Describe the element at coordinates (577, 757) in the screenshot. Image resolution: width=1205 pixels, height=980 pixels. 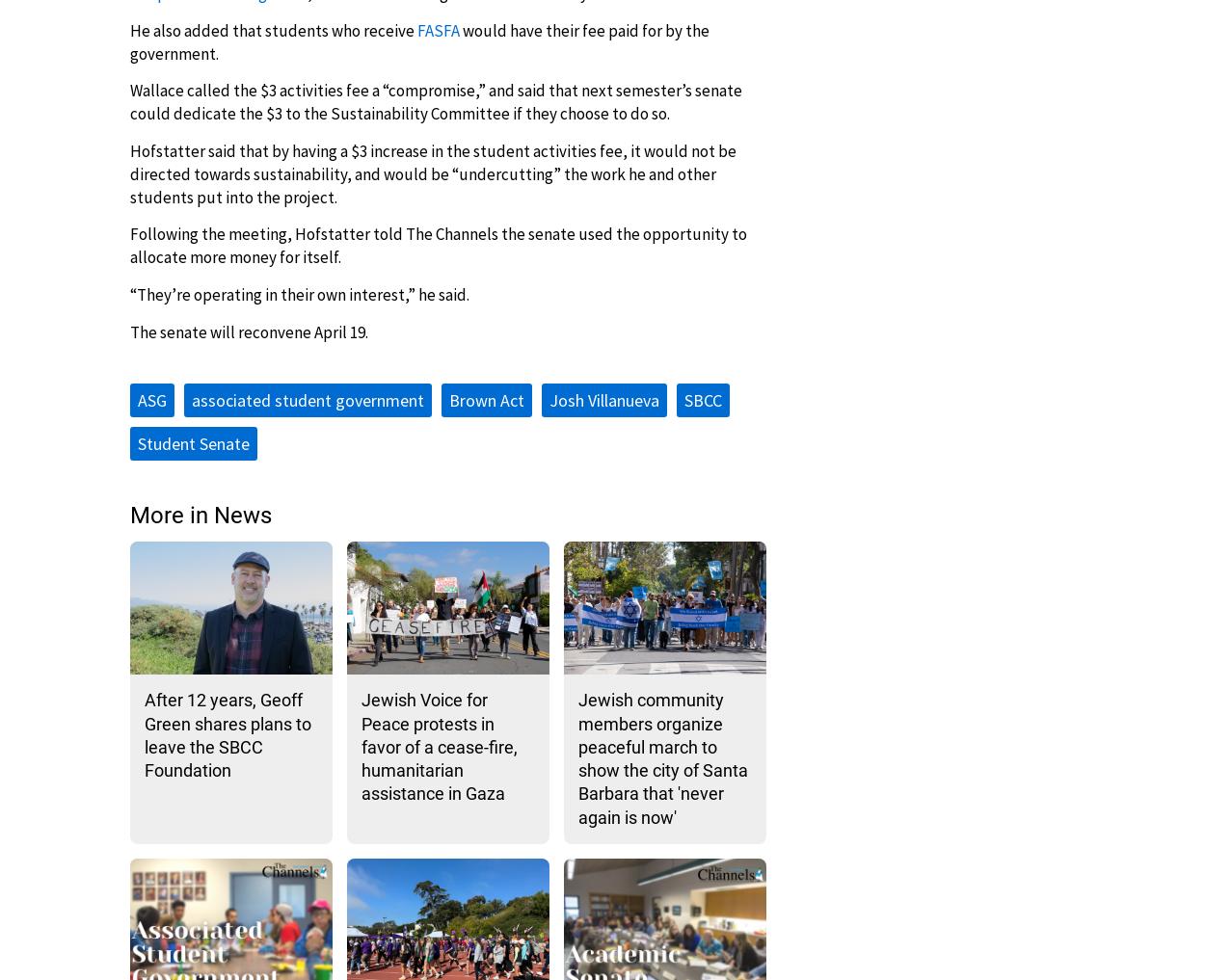
I see `'Jewish community members organize peaceful march to show the city of Santa Barbara that 'never again is now''` at that location.